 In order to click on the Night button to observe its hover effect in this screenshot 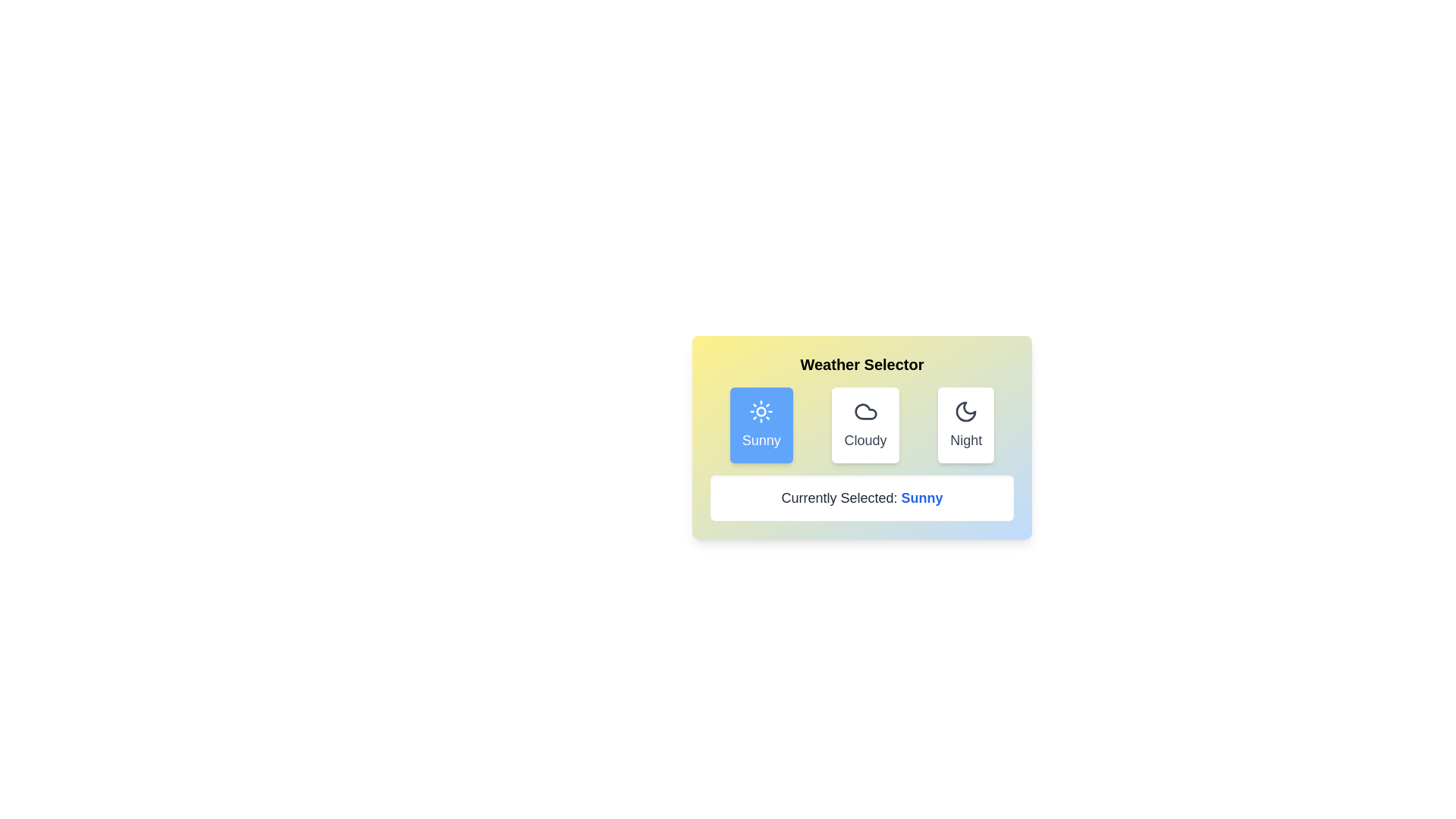, I will do `click(965, 425)`.